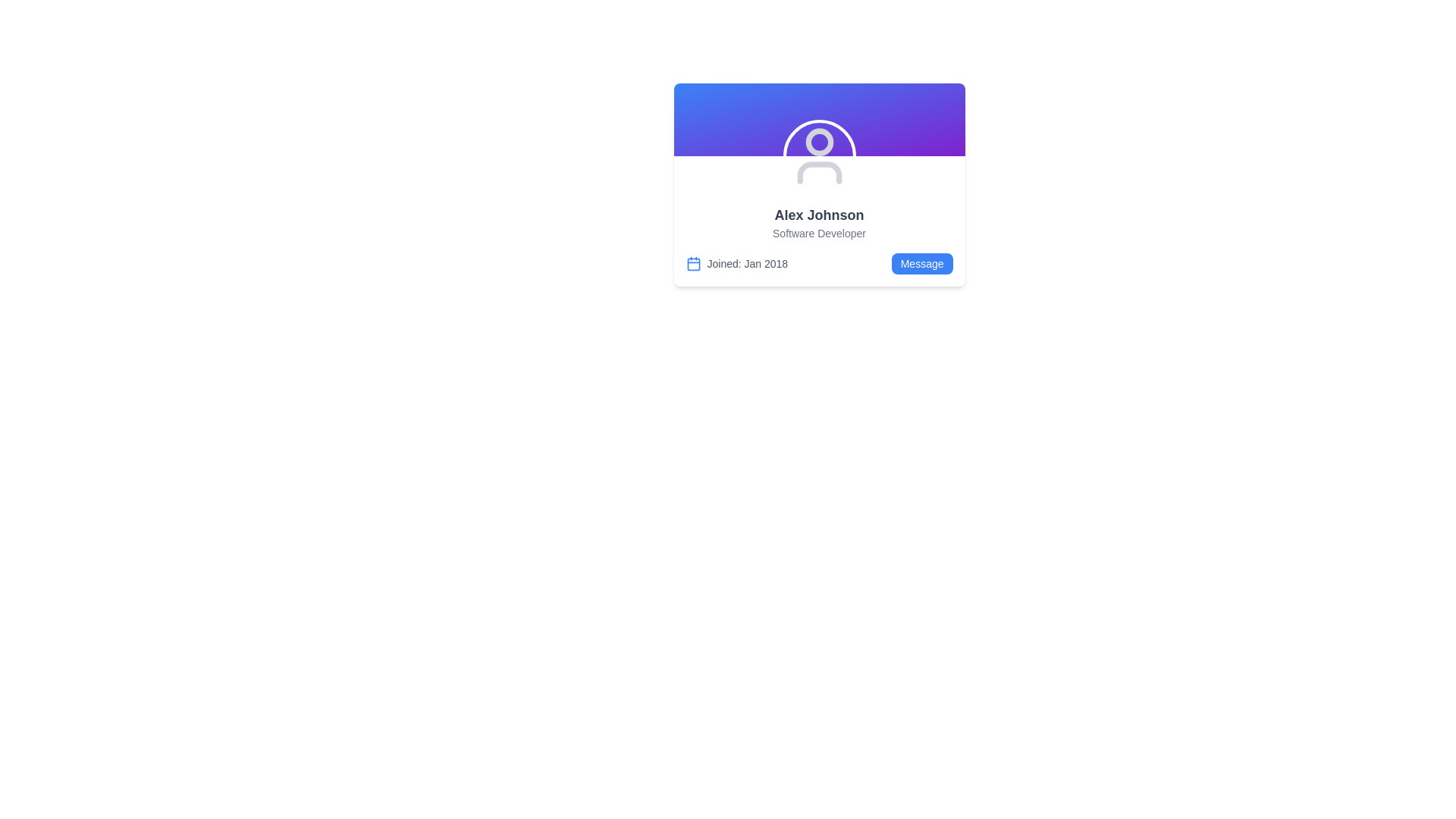 Image resolution: width=1456 pixels, height=819 pixels. What do you see at coordinates (921, 262) in the screenshot?
I see `the blue 'Message' button with white text to send a message` at bounding box center [921, 262].